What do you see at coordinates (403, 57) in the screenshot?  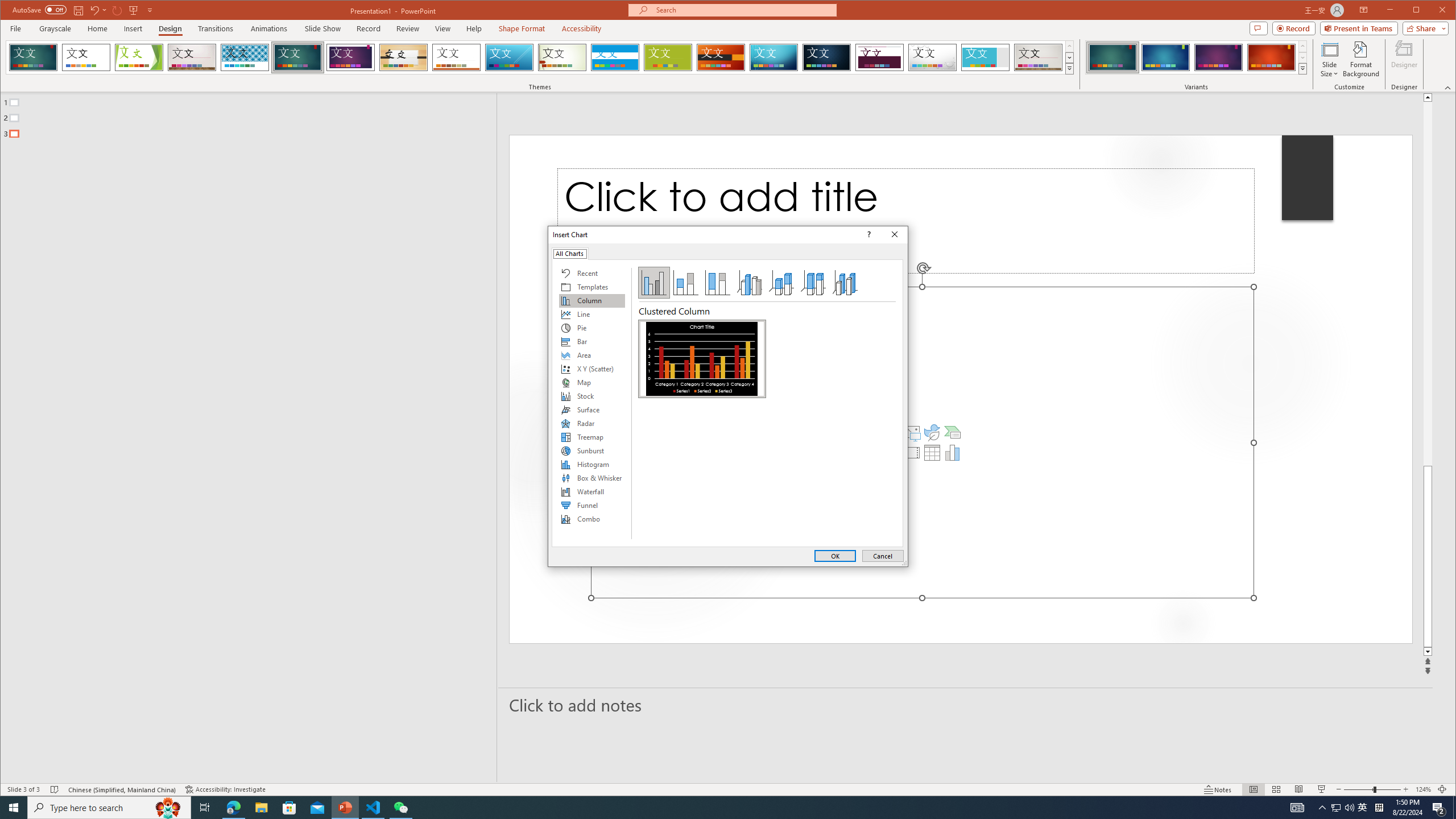 I see `'Organic'` at bounding box center [403, 57].